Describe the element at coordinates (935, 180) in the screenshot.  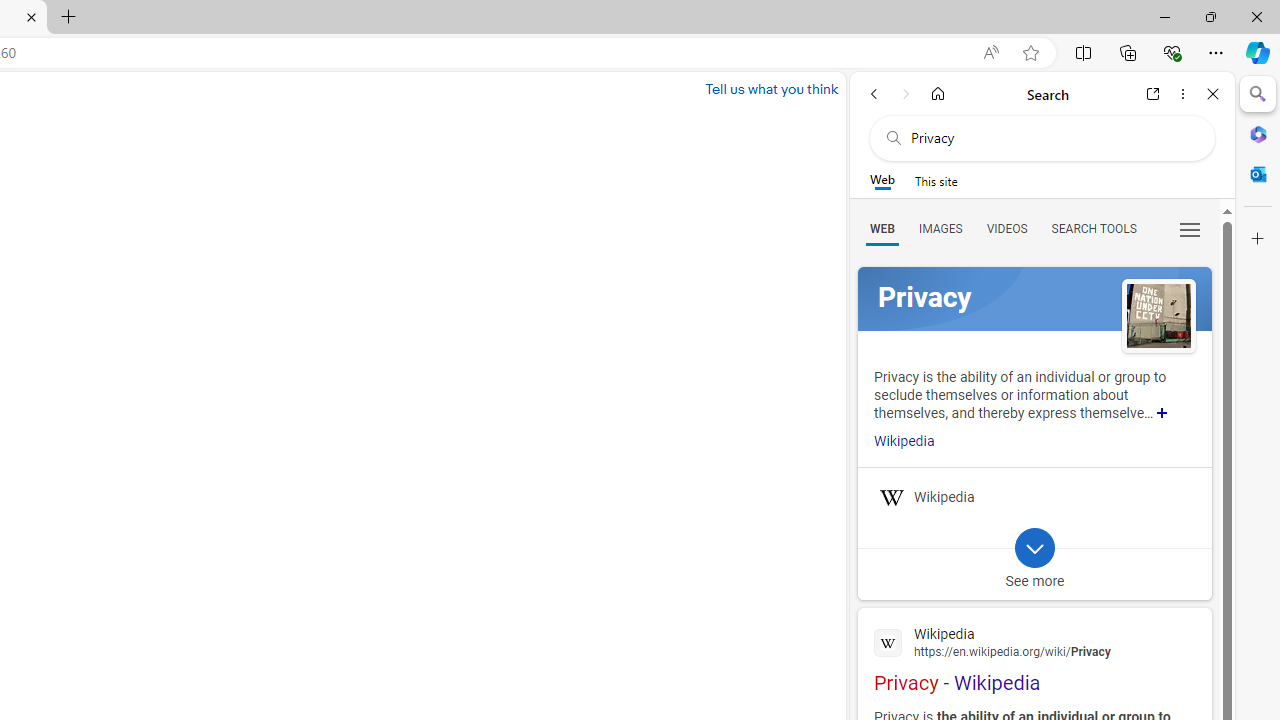
I see `'This site scope'` at that location.